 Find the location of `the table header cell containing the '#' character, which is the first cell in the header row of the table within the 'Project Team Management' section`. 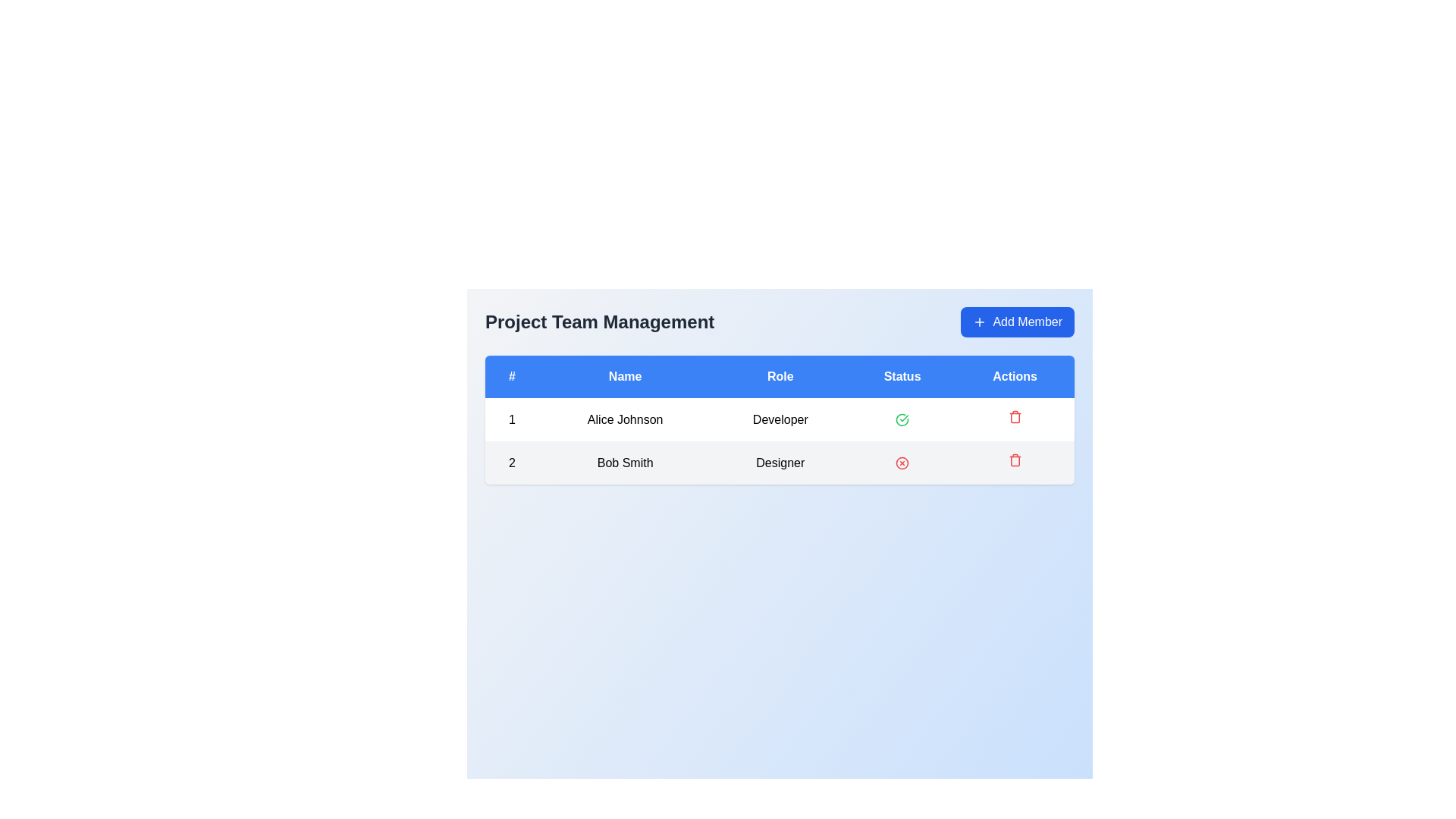

the table header cell containing the '#' character, which is the first cell in the header row of the table within the 'Project Team Management' section is located at coordinates (512, 376).